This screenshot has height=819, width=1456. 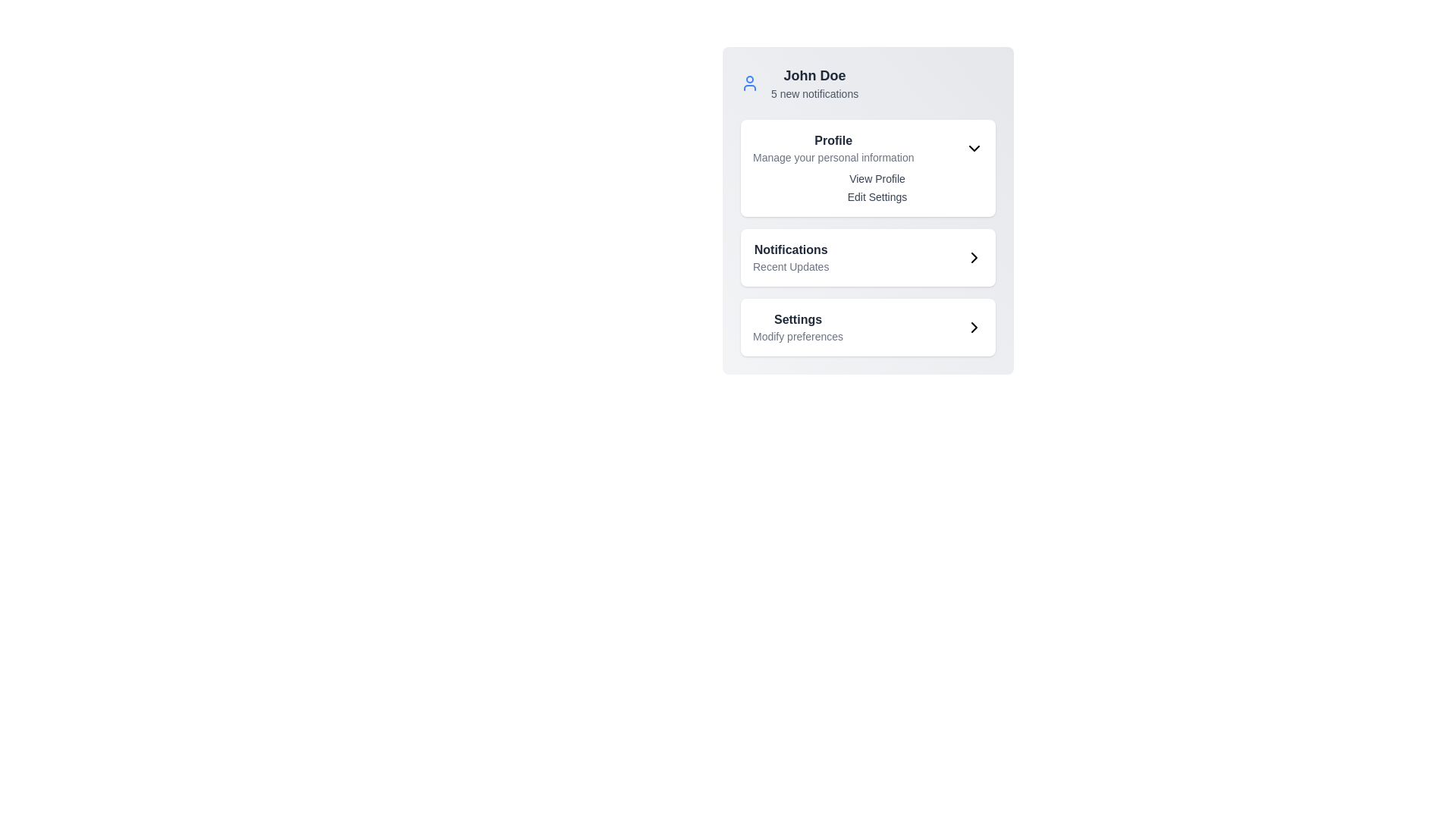 I want to click on the static text label displaying the name 'John Doe' in bold, large, black font, located at the top of the user profile card, so click(x=814, y=76).